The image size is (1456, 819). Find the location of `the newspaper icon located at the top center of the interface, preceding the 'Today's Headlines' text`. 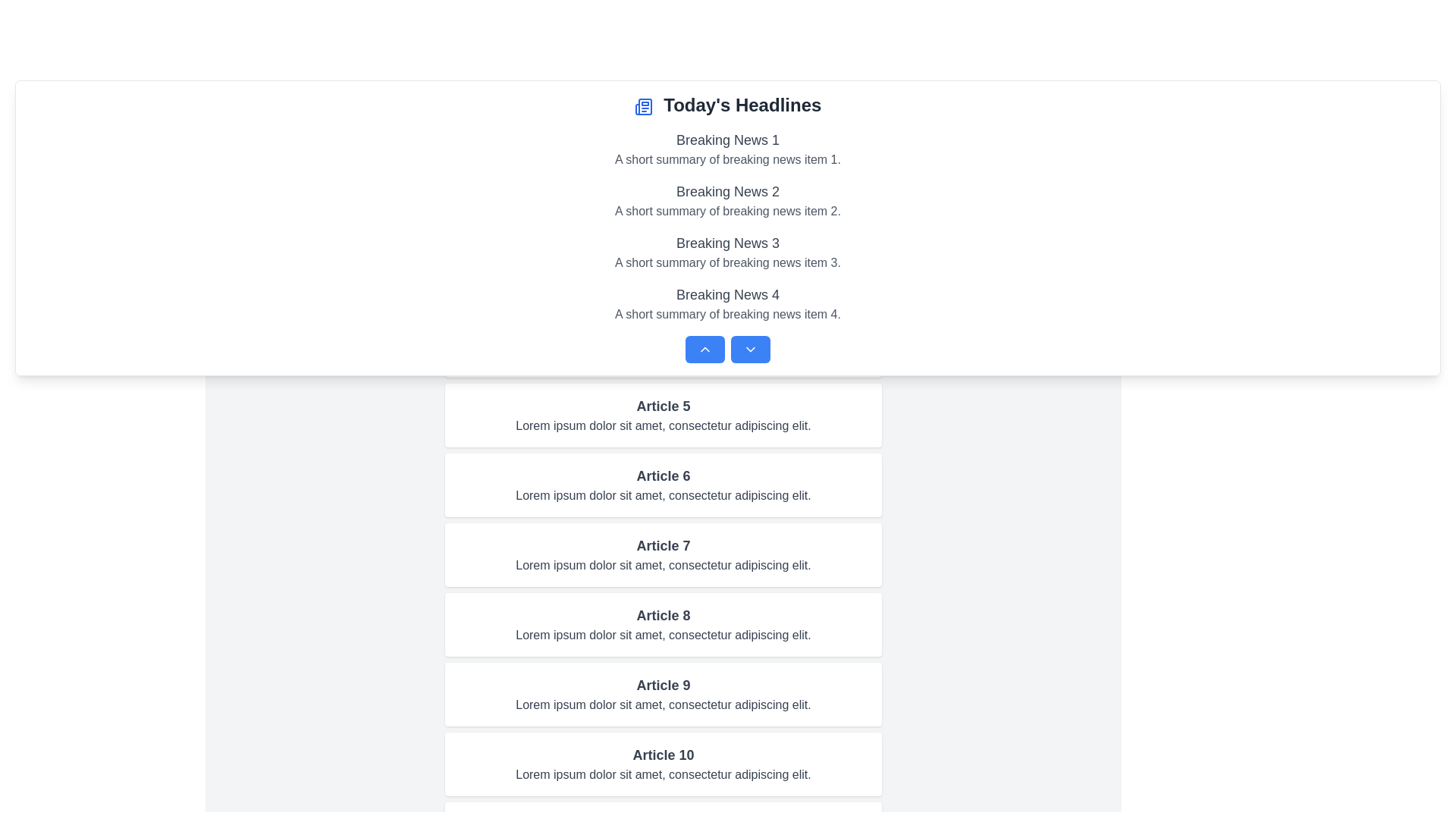

the newspaper icon located at the top center of the interface, preceding the 'Today's Headlines' text is located at coordinates (643, 105).